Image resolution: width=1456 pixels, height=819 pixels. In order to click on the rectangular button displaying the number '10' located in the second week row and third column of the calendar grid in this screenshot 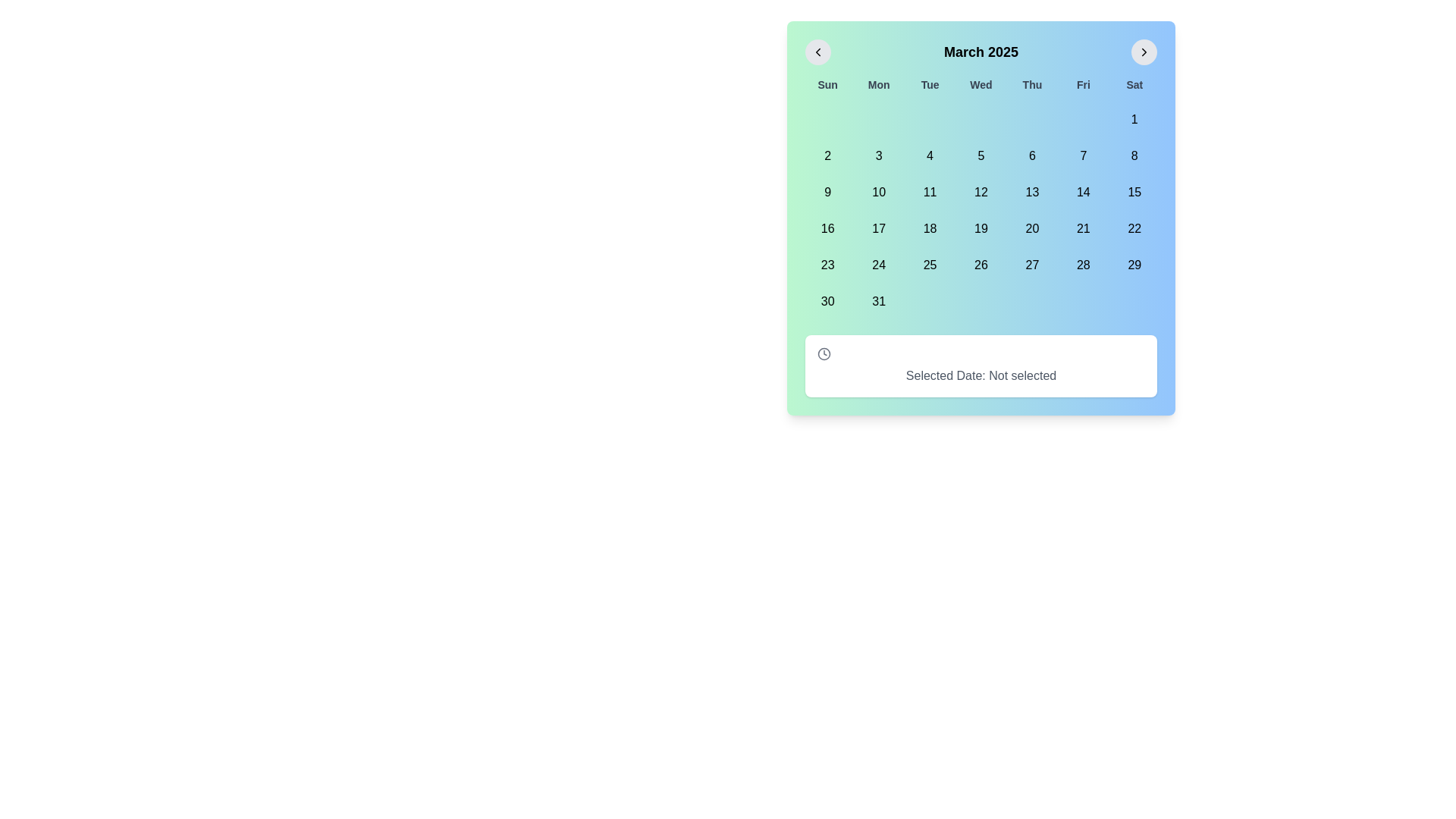, I will do `click(879, 192)`.